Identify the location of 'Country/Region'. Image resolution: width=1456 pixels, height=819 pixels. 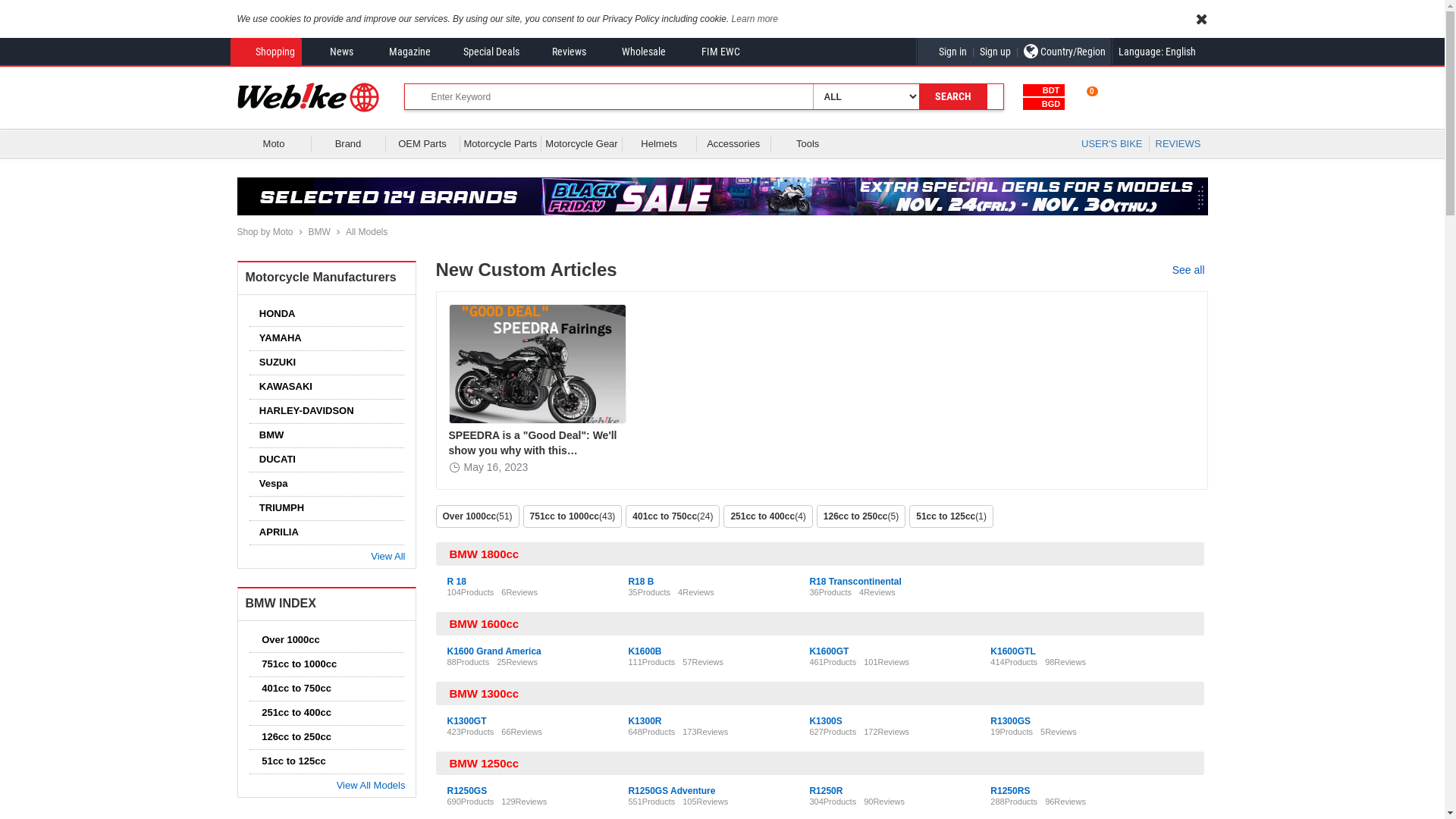
(1062, 51).